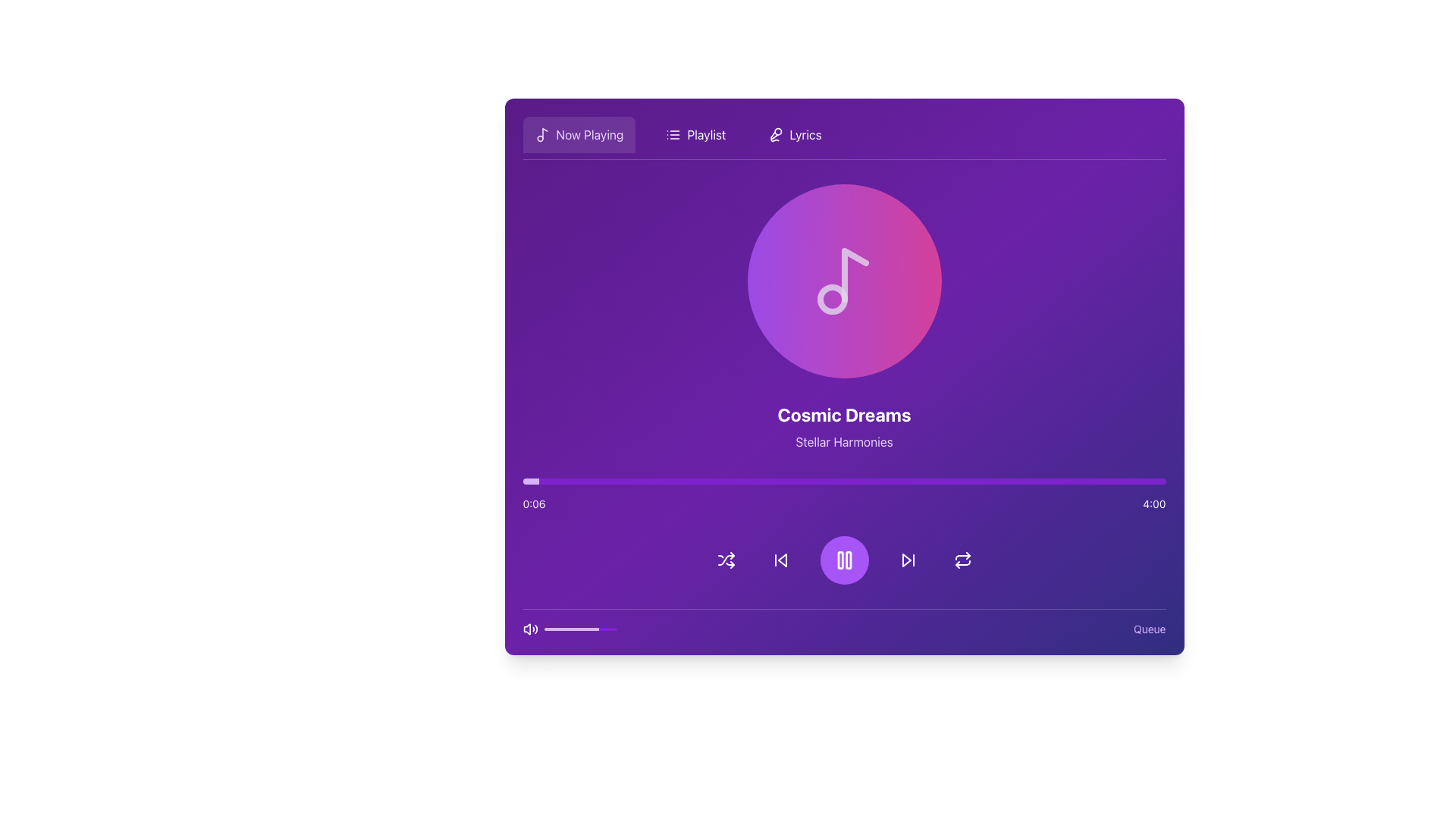  What do you see at coordinates (1063, 482) in the screenshot?
I see `the playback position` at bounding box center [1063, 482].